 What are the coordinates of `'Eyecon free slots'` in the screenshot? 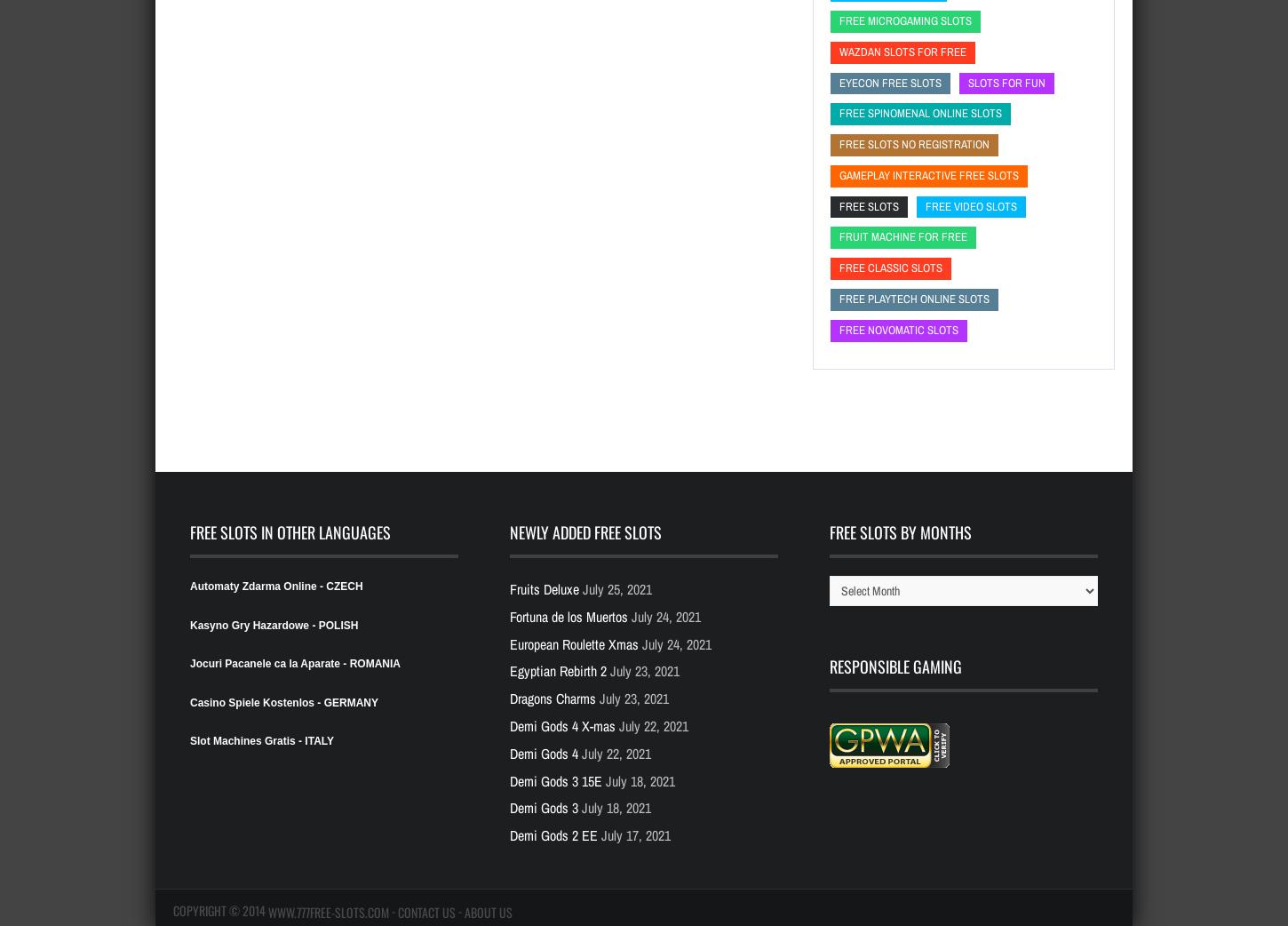 It's located at (838, 82).